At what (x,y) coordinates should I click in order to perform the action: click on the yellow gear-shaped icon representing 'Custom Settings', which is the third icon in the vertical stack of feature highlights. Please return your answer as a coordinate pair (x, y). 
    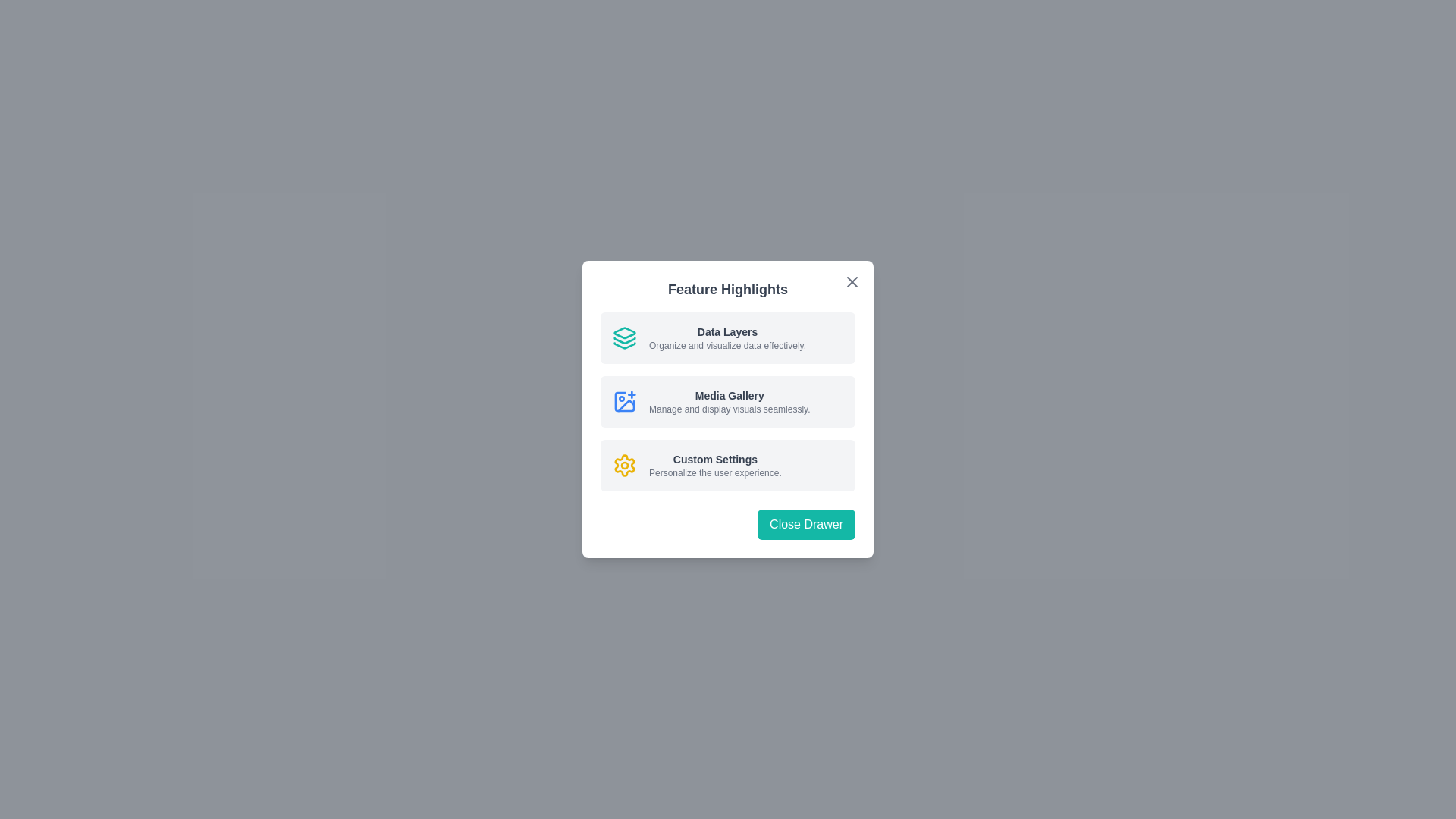
    Looking at the image, I should click on (625, 464).